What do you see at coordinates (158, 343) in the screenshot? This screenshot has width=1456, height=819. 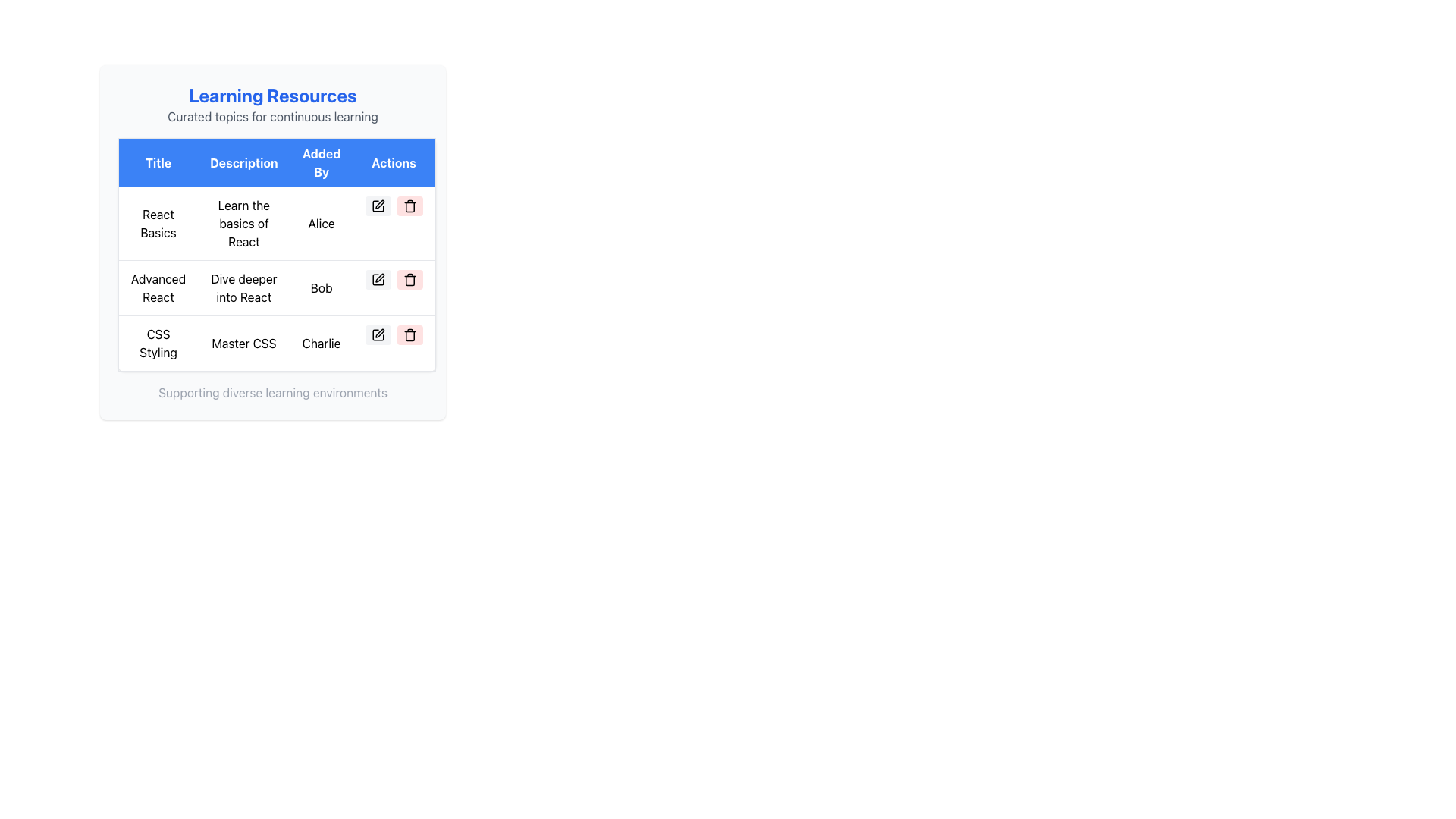 I see `the static text element displaying 'CSS Styling' located in the first column of the third row in the grid under the 'Title' header` at bounding box center [158, 343].